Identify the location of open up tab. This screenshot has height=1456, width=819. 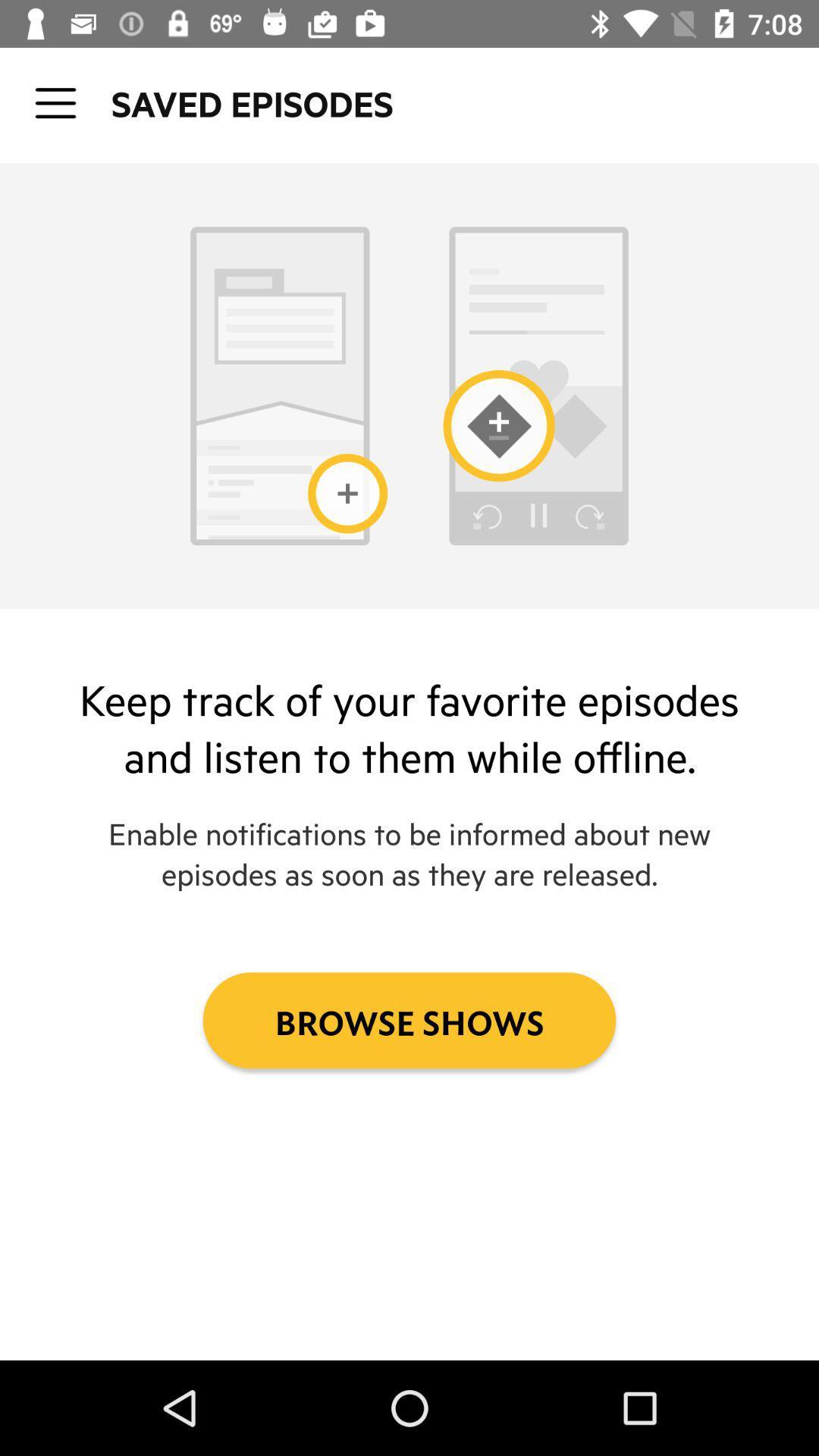
(55, 102).